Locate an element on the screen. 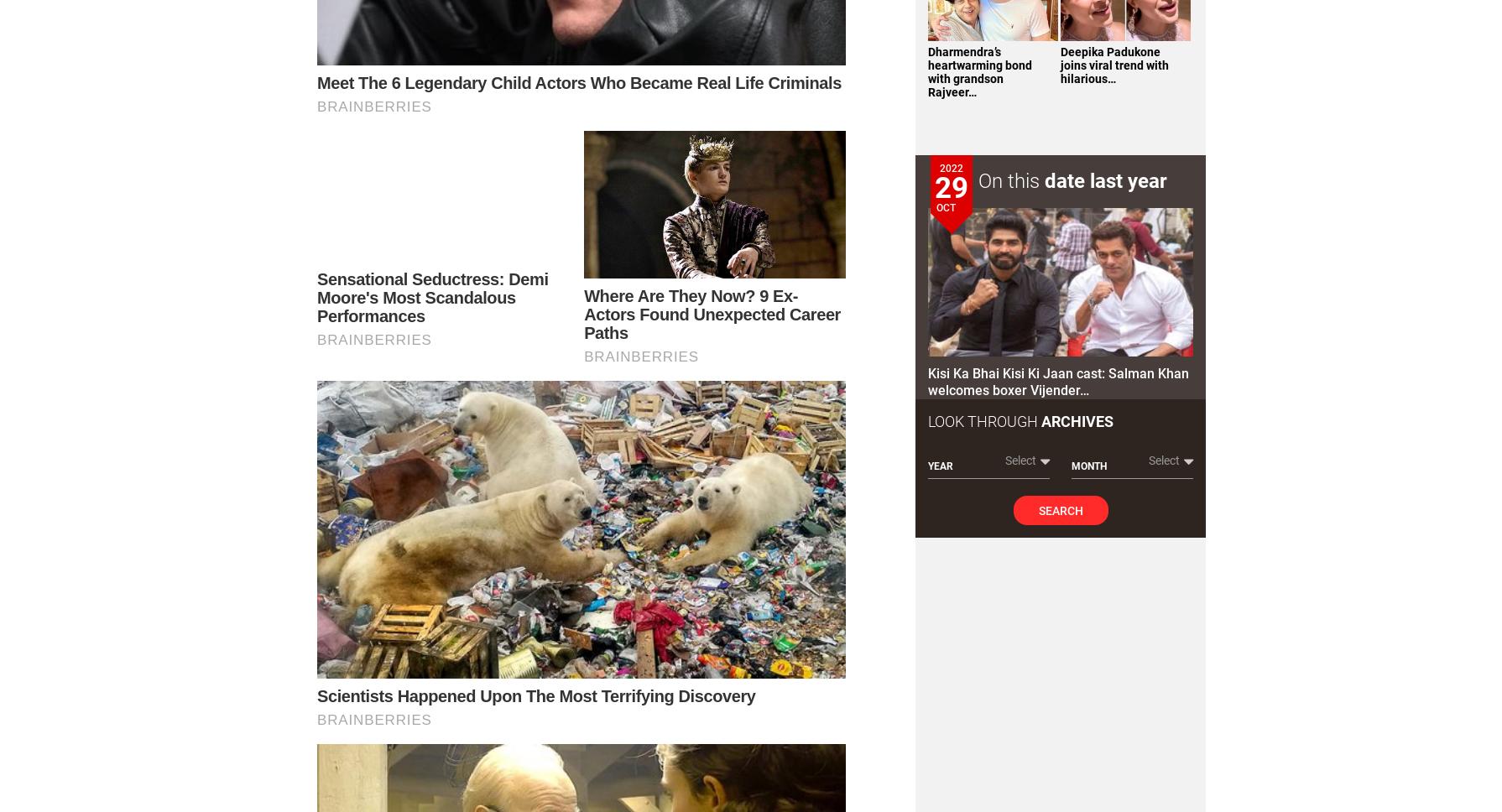  'Oct' is located at coordinates (936, 207).